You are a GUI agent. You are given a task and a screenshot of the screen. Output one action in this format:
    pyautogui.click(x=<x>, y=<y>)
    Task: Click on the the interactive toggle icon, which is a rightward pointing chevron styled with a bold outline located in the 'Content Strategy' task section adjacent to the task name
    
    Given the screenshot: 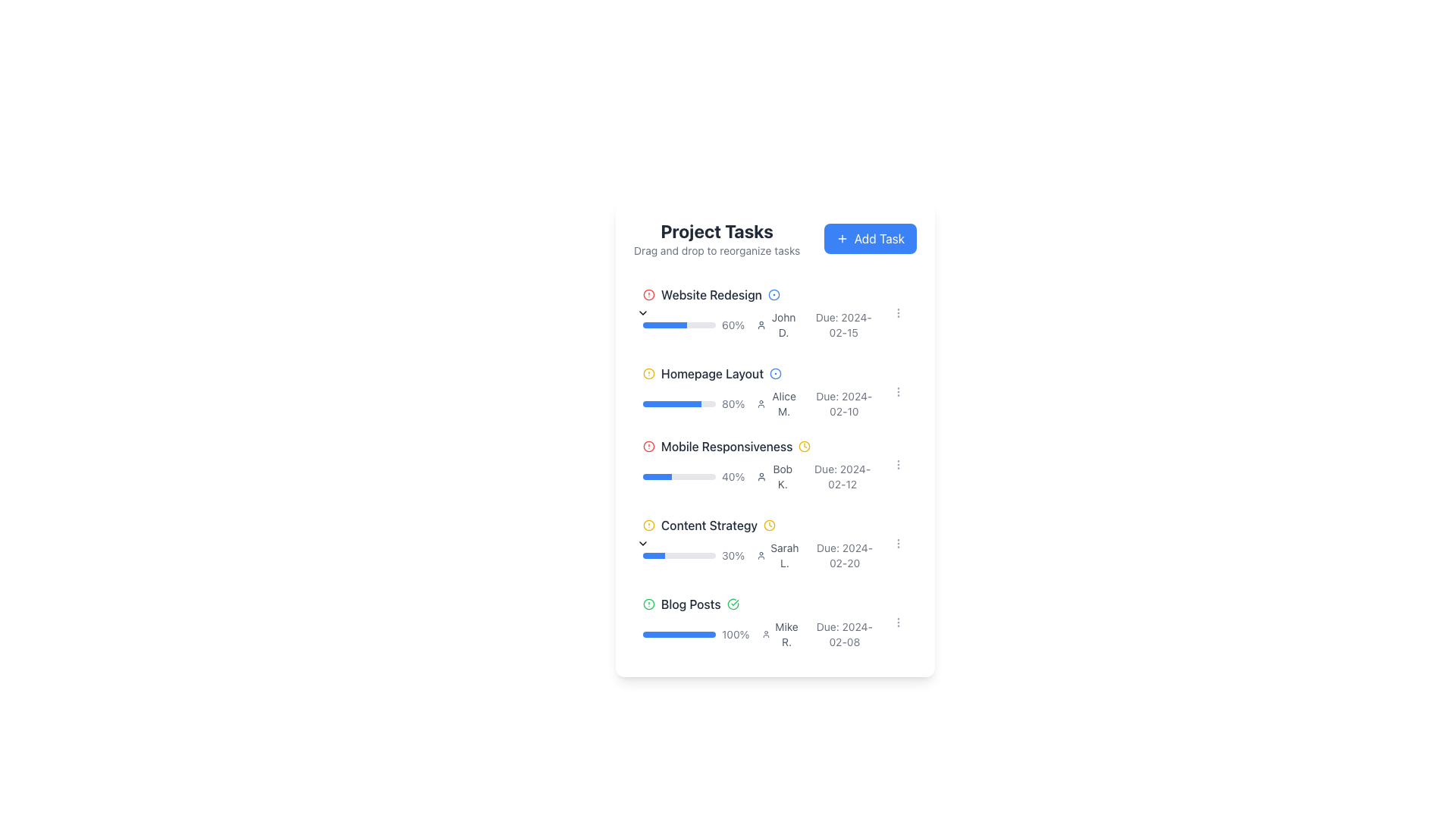 What is the action you would take?
    pyautogui.click(x=643, y=543)
    